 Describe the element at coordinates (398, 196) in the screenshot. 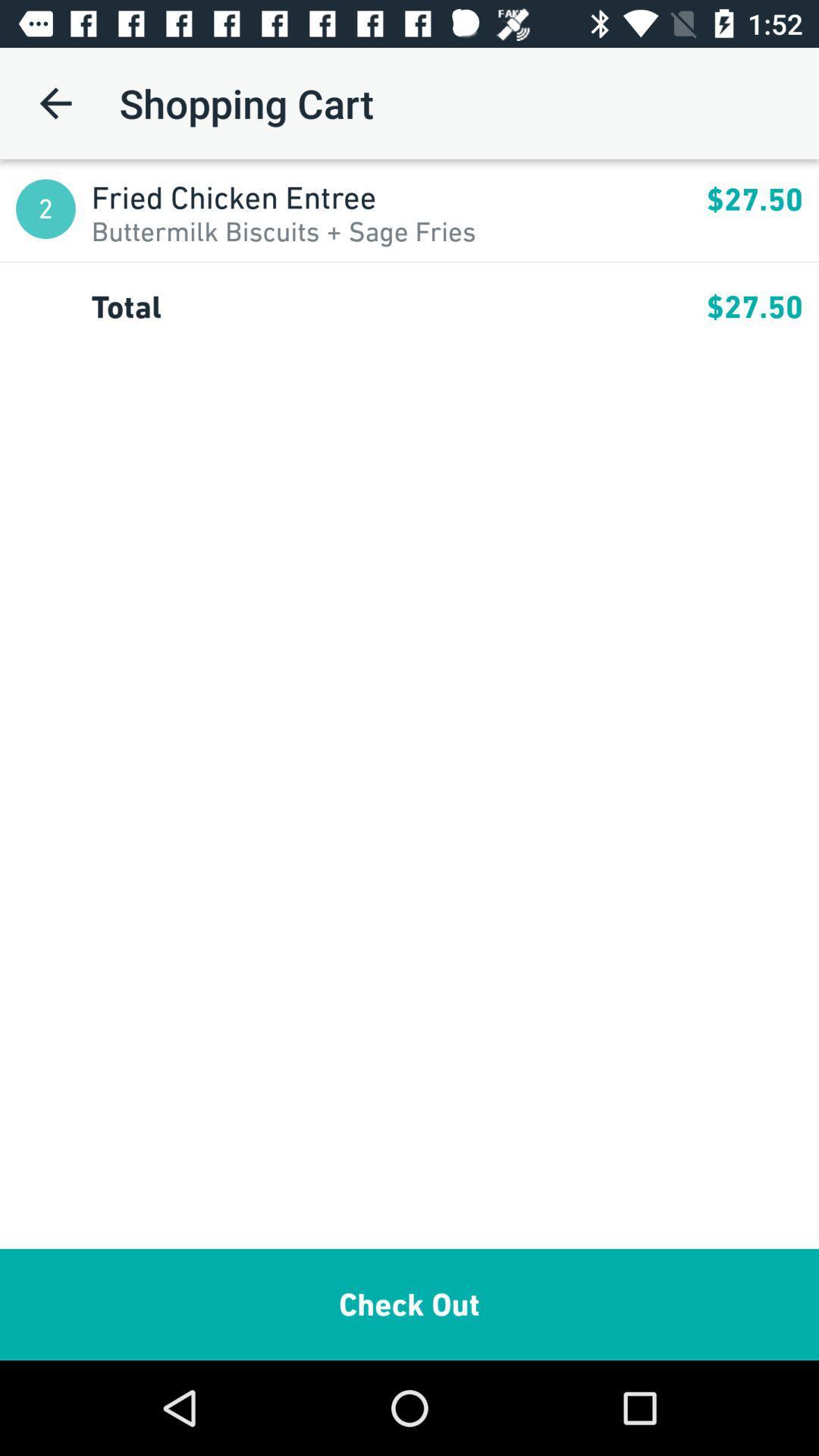

I see `the item next to $27.50 app` at that location.